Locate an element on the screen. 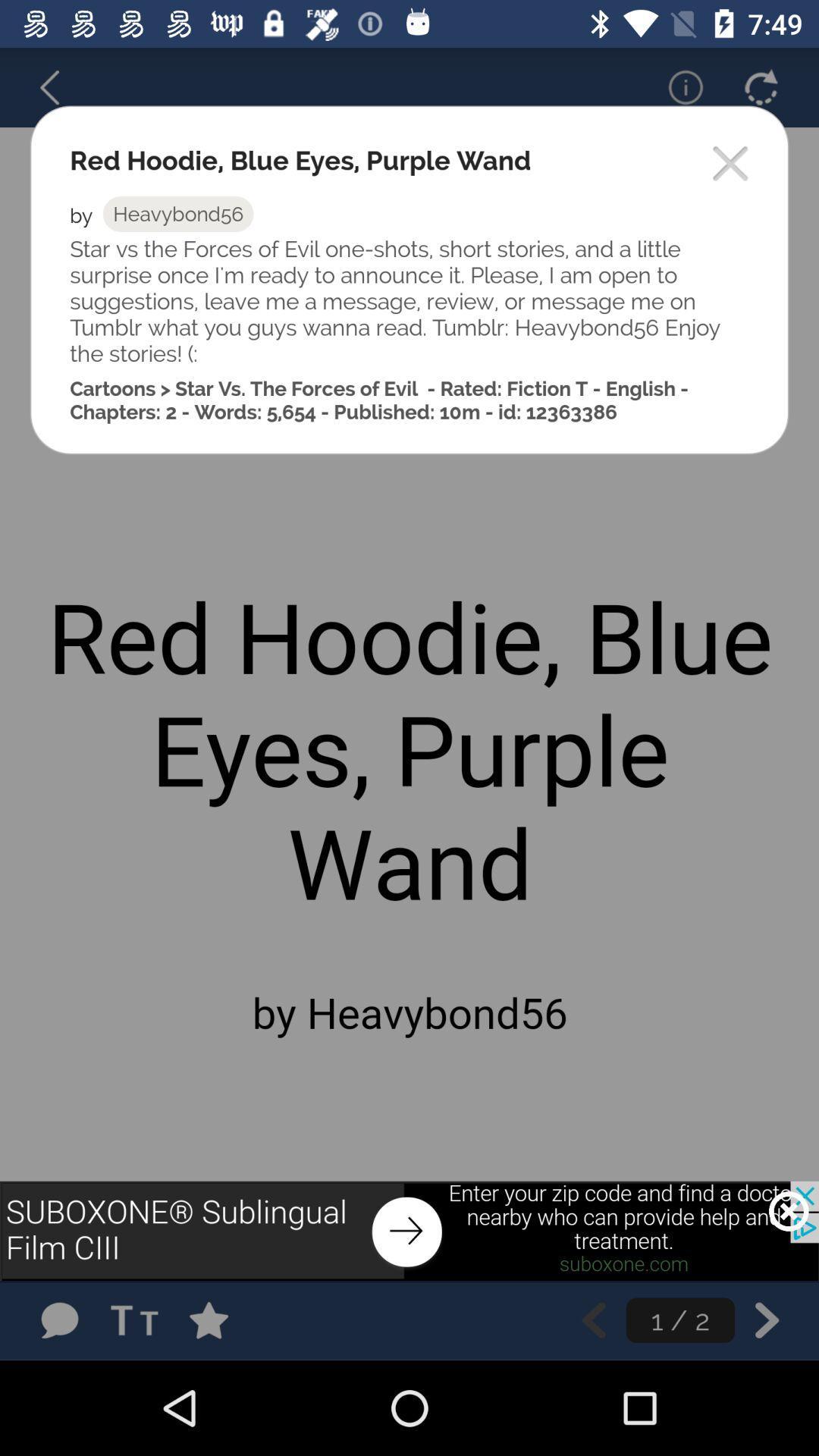 This screenshot has width=819, height=1456. popup is located at coordinates (730, 165).